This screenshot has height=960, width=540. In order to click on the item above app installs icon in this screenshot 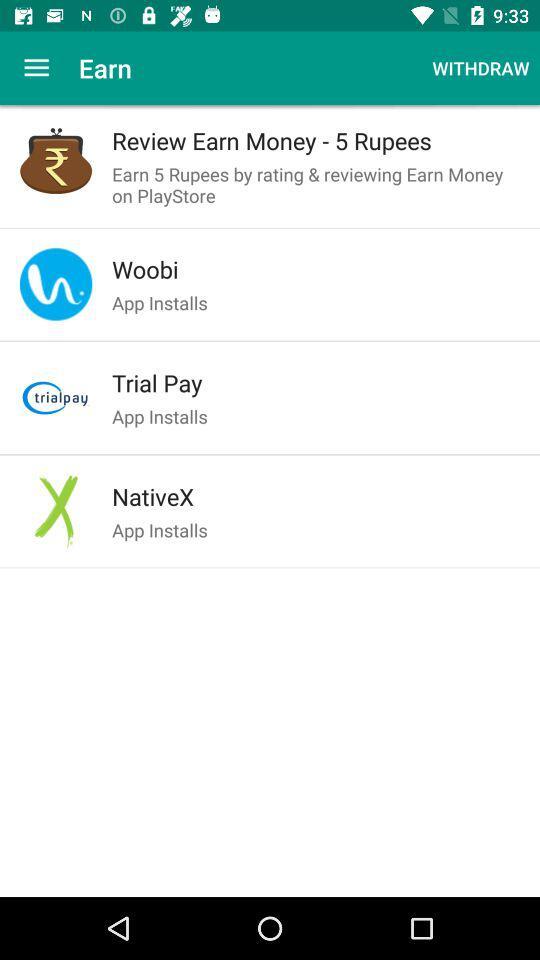, I will do `click(316, 382)`.